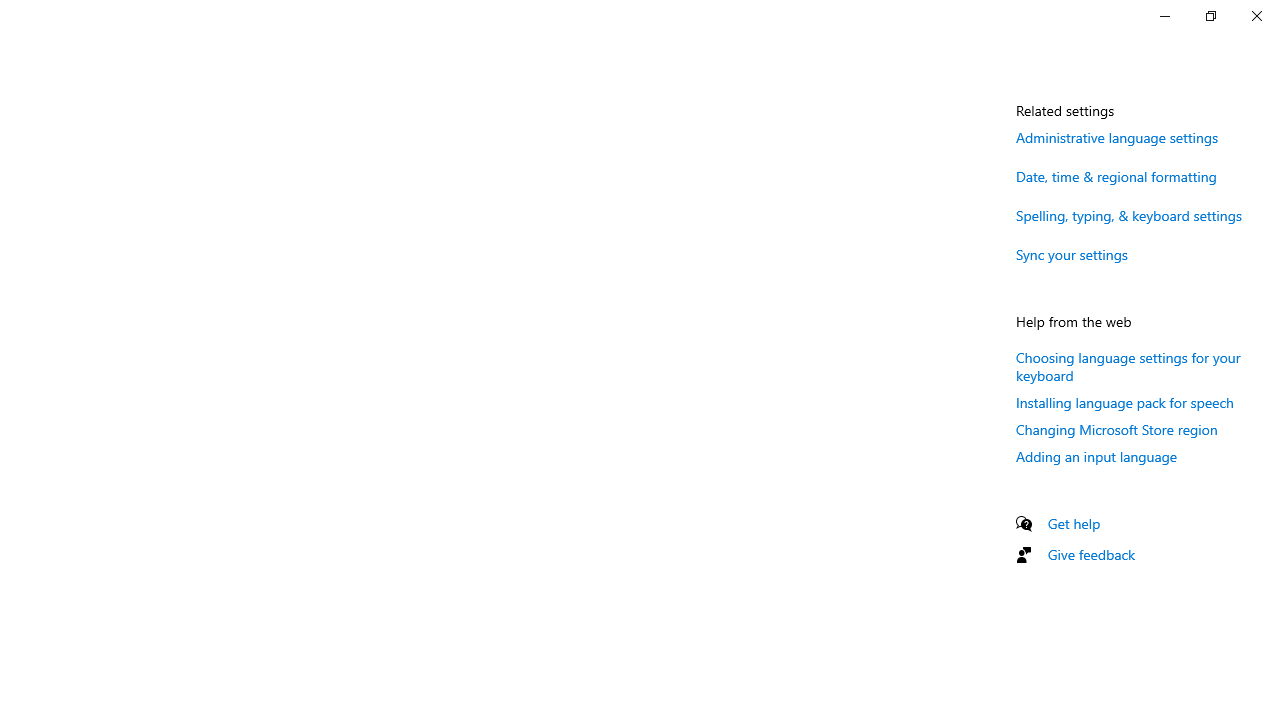 This screenshot has height=720, width=1280. What do you see at coordinates (1095, 456) in the screenshot?
I see `'Adding an input language'` at bounding box center [1095, 456].